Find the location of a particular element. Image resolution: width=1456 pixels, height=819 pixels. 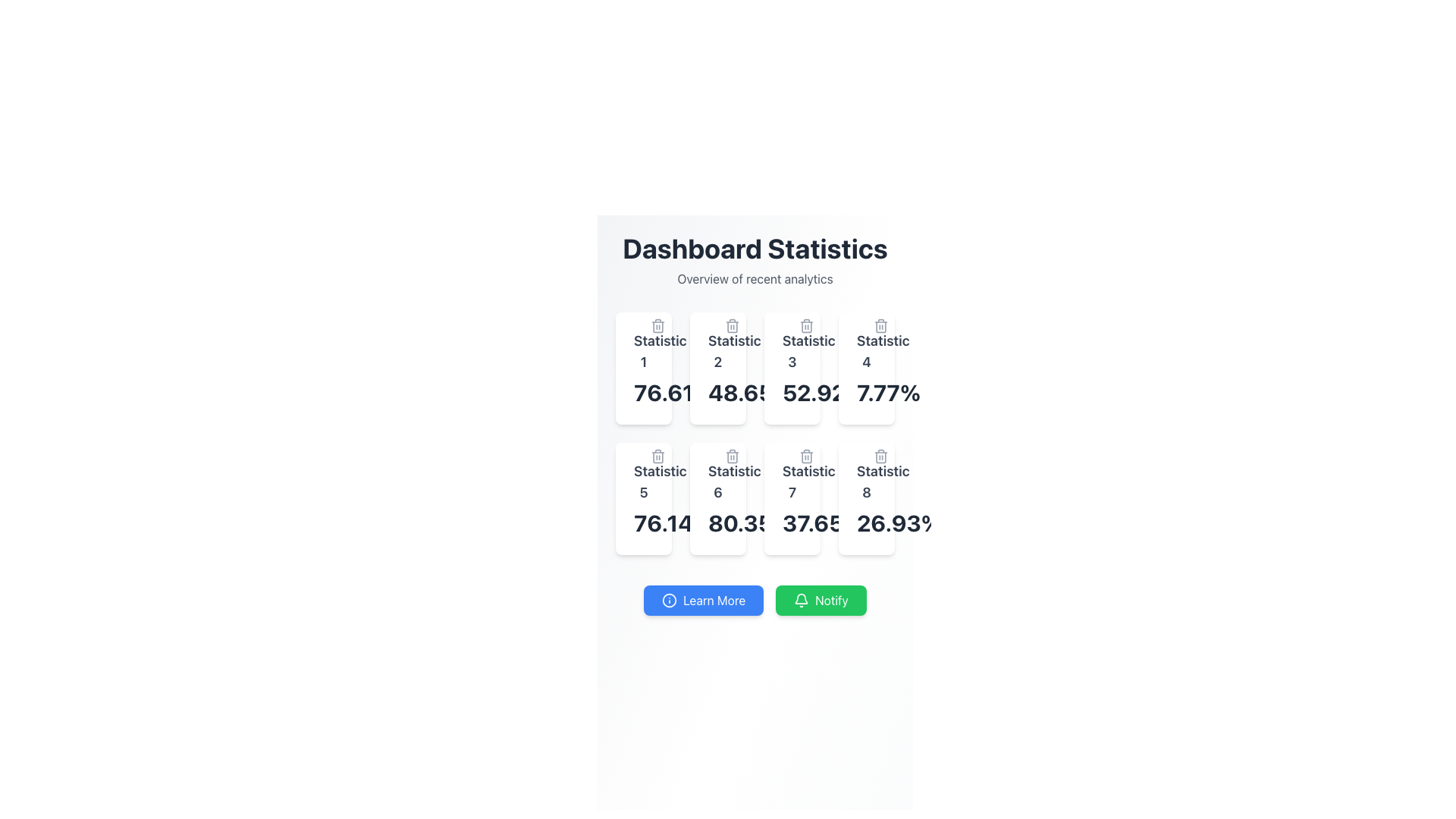

the Delete Icon located in the top-right corner of the card labeled 'Statistic 1' on the dashboard, which allows users to remove this statistic from their view is located at coordinates (658, 325).